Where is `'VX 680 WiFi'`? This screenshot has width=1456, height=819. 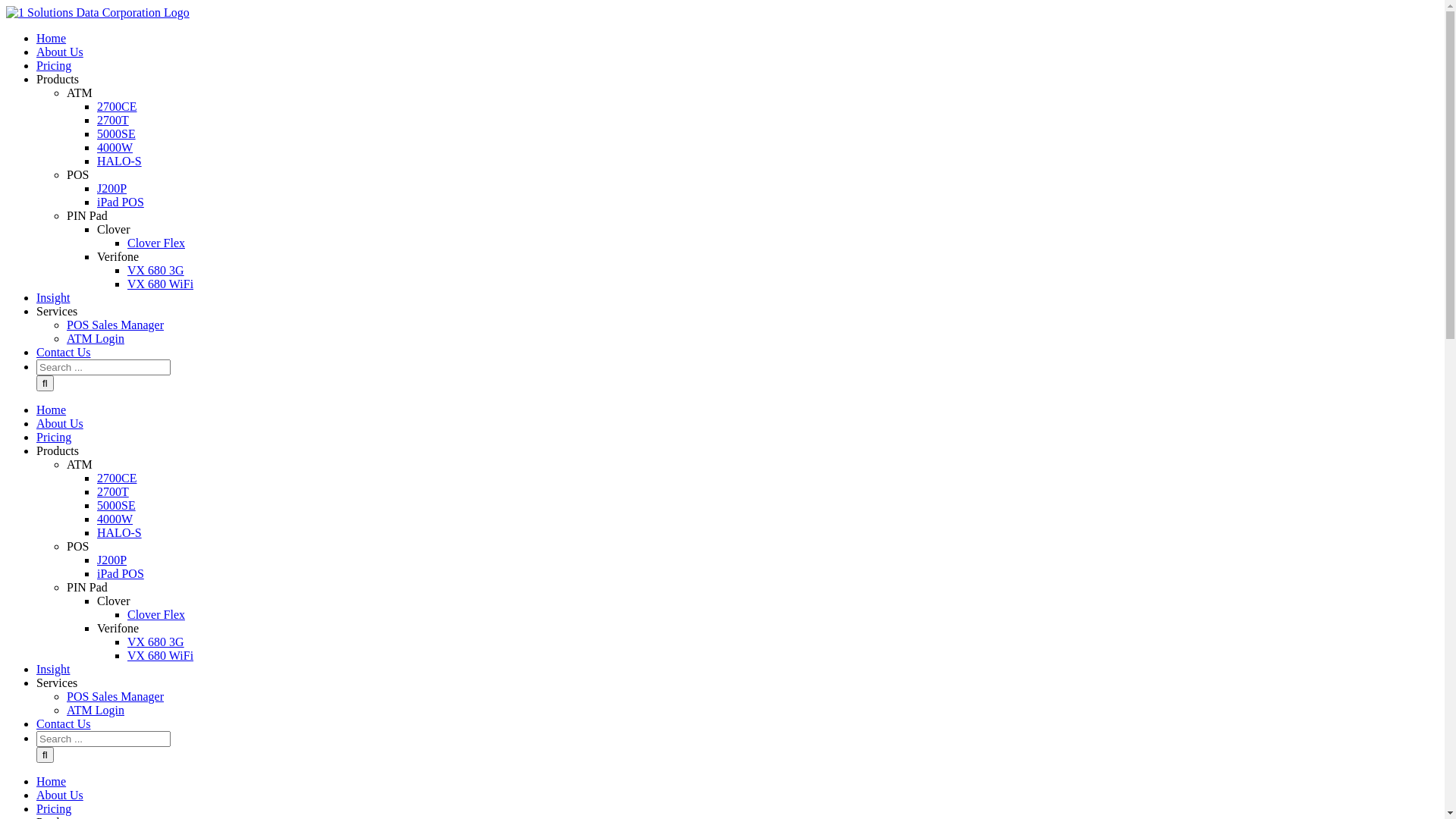
'VX 680 WiFi' is located at coordinates (127, 284).